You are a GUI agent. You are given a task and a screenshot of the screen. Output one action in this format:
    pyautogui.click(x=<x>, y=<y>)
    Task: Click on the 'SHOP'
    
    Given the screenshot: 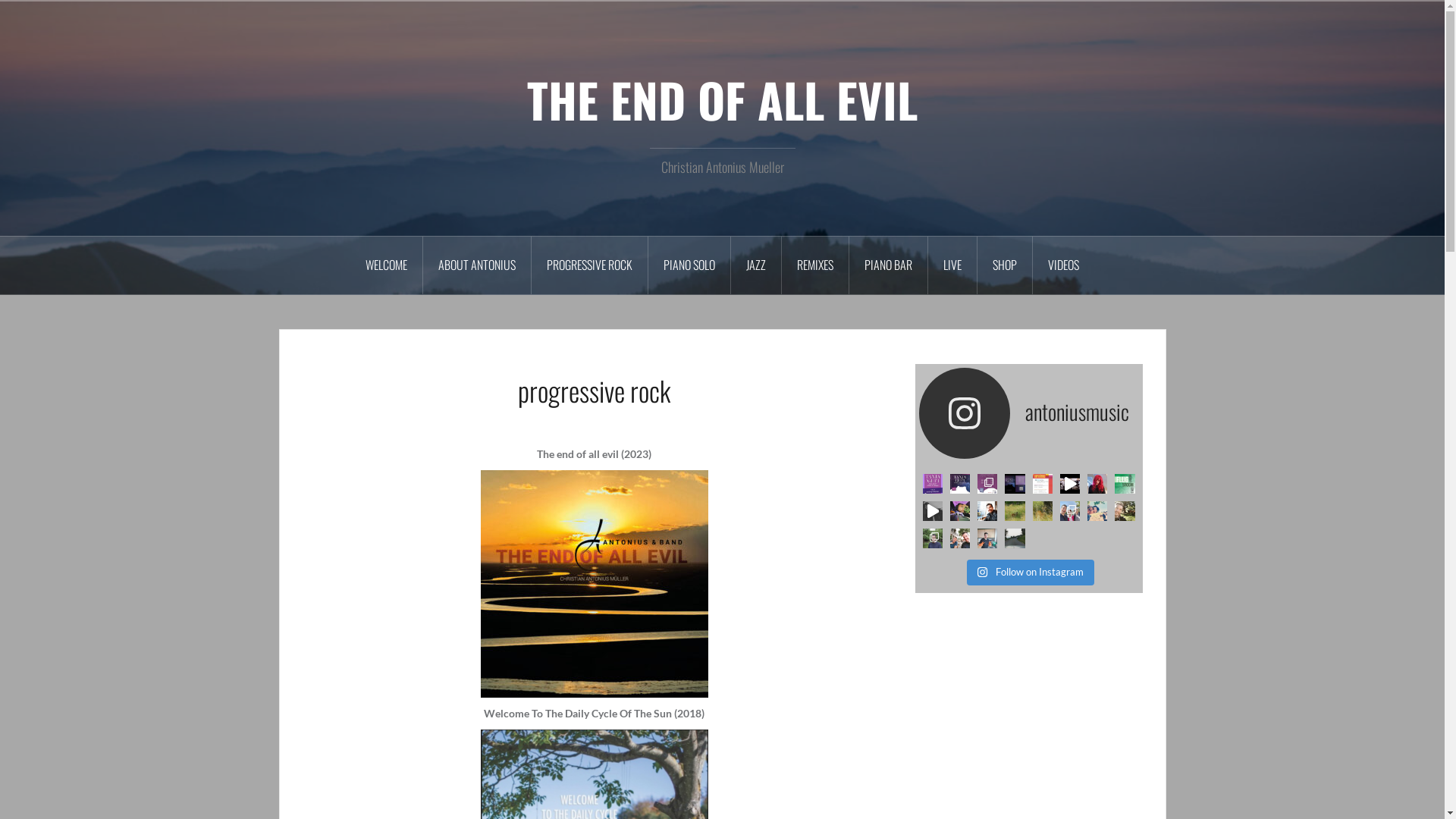 What is the action you would take?
    pyautogui.click(x=1005, y=265)
    